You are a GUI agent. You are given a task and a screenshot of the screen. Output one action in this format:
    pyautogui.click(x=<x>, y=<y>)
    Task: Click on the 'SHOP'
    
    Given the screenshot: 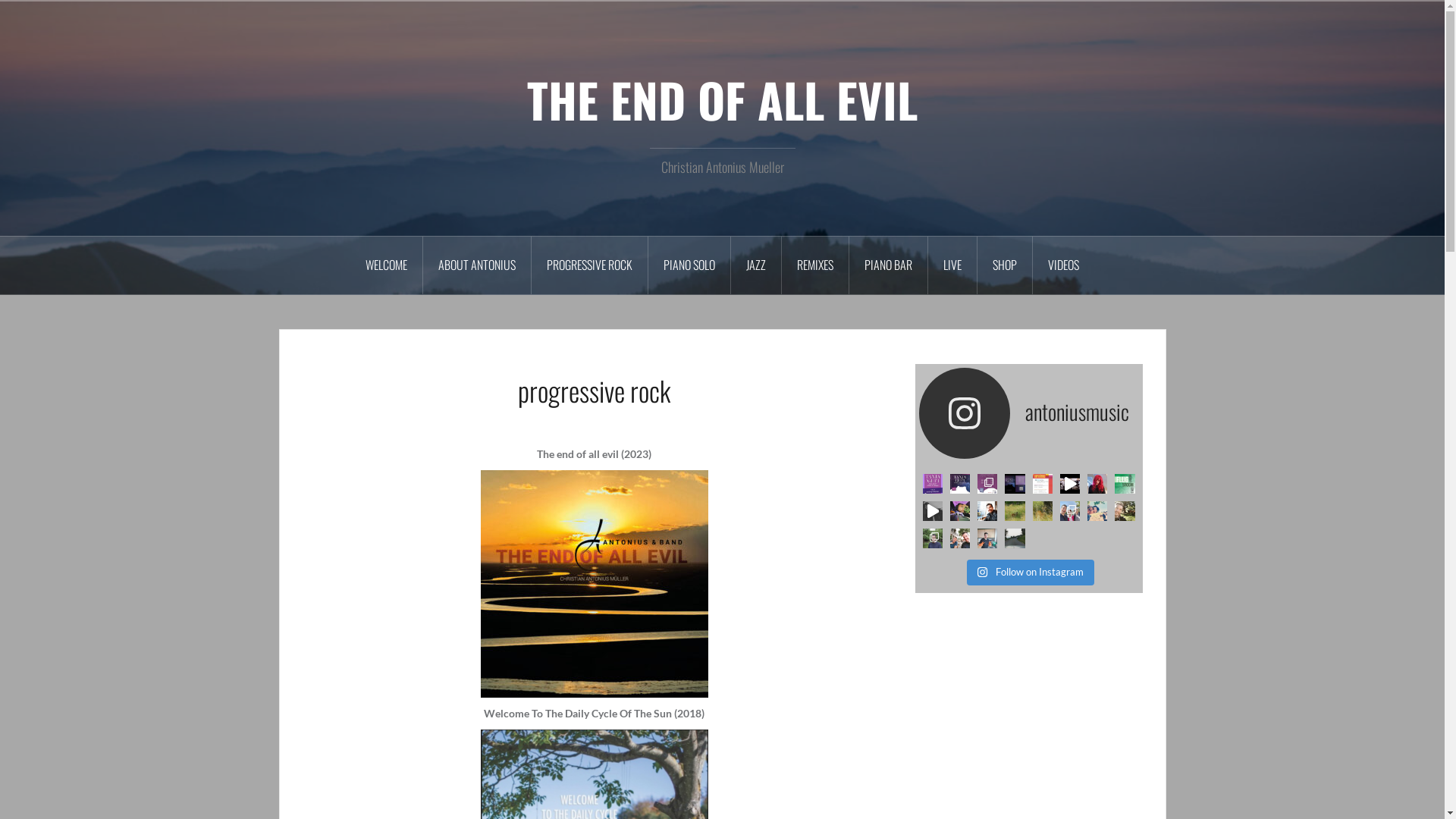 What is the action you would take?
    pyautogui.click(x=1005, y=265)
    